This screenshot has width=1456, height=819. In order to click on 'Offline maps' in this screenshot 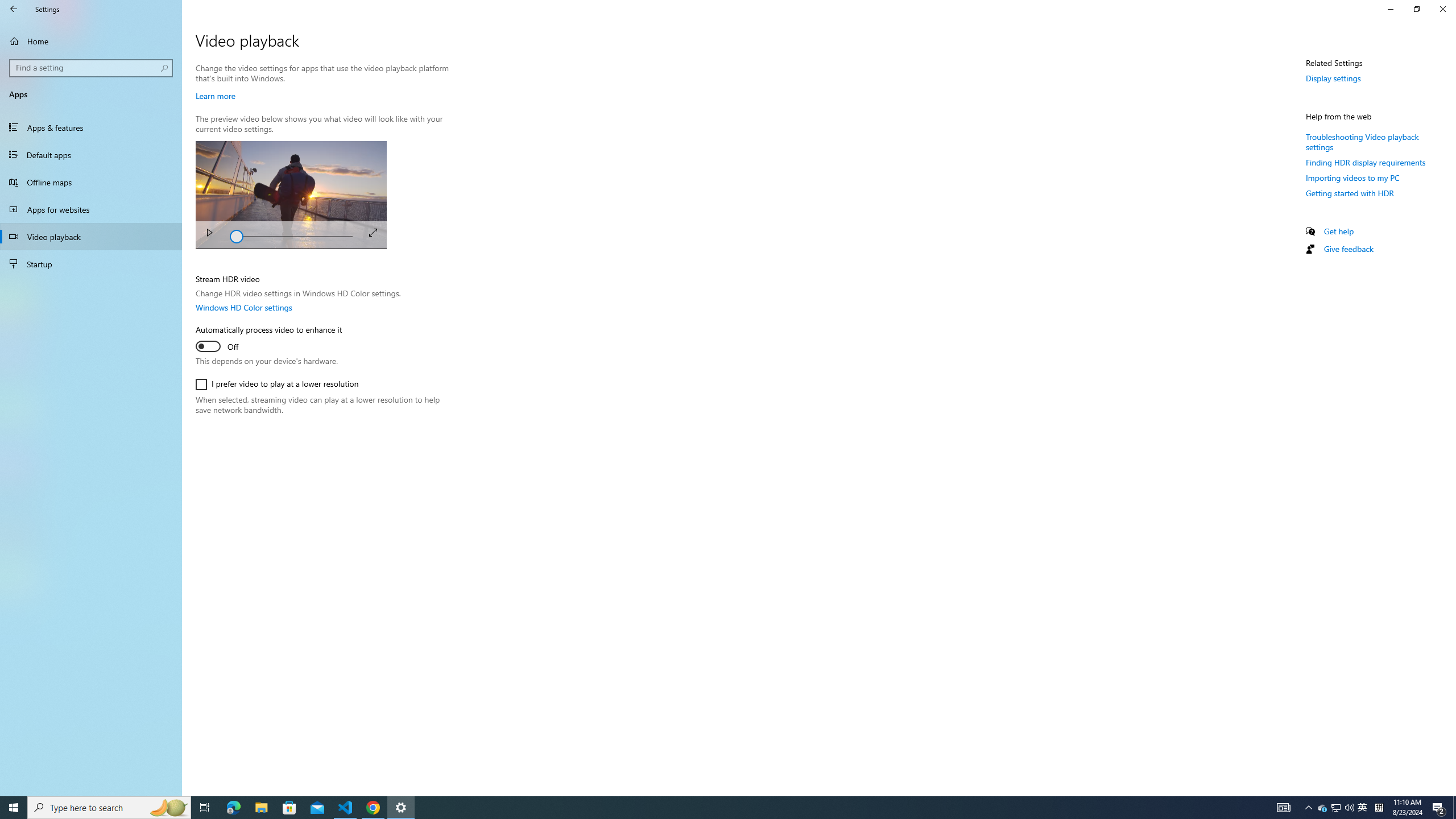, I will do `click(90, 181)`.